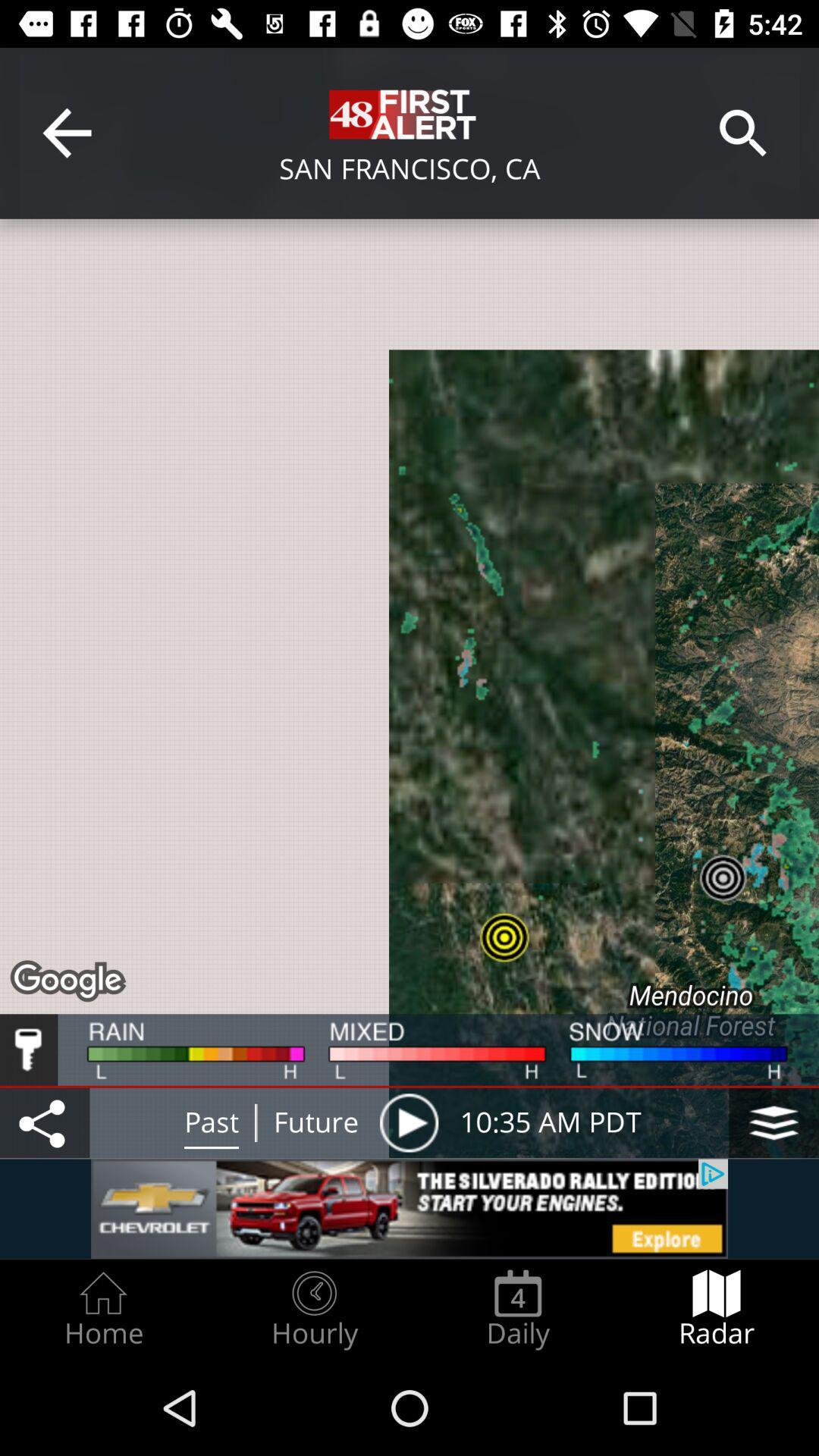 The image size is (819, 1456). Describe the element at coordinates (408, 1122) in the screenshot. I see `the item next to 10 35 am` at that location.